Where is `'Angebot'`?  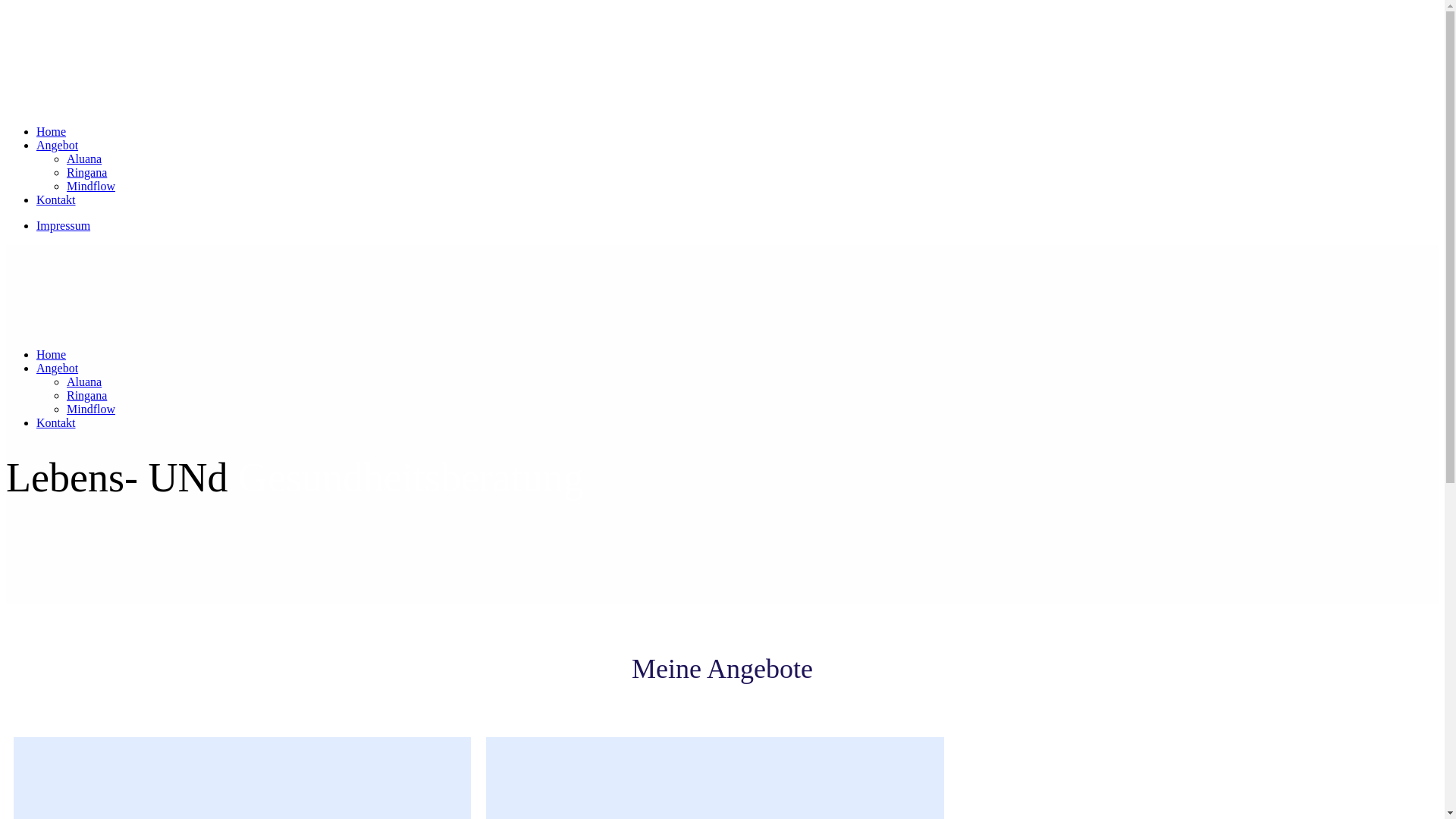 'Angebot' is located at coordinates (57, 145).